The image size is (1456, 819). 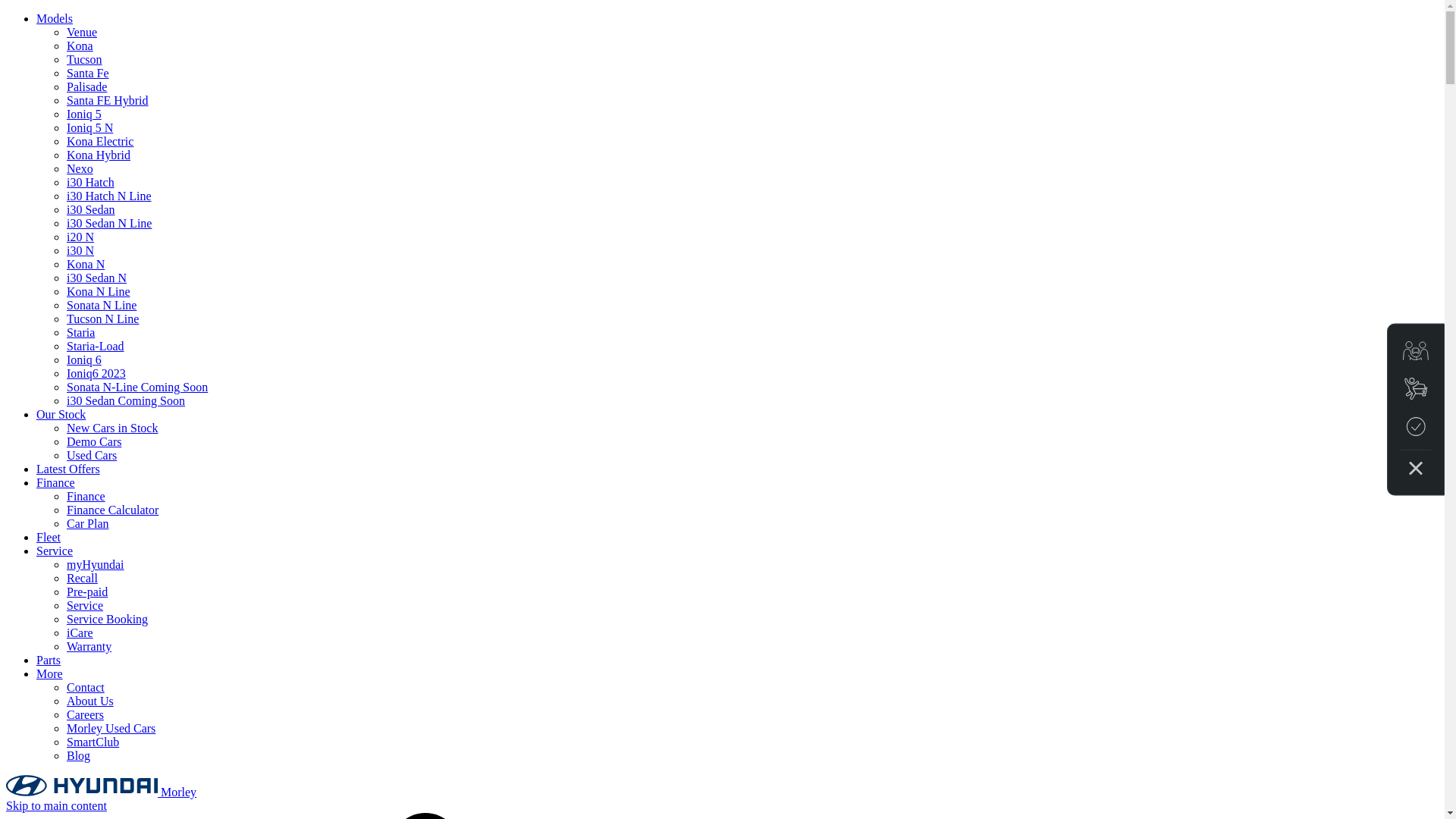 What do you see at coordinates (48, 659) in the screenshot?
I see `'Parts'` at bounding box center [48, 659].